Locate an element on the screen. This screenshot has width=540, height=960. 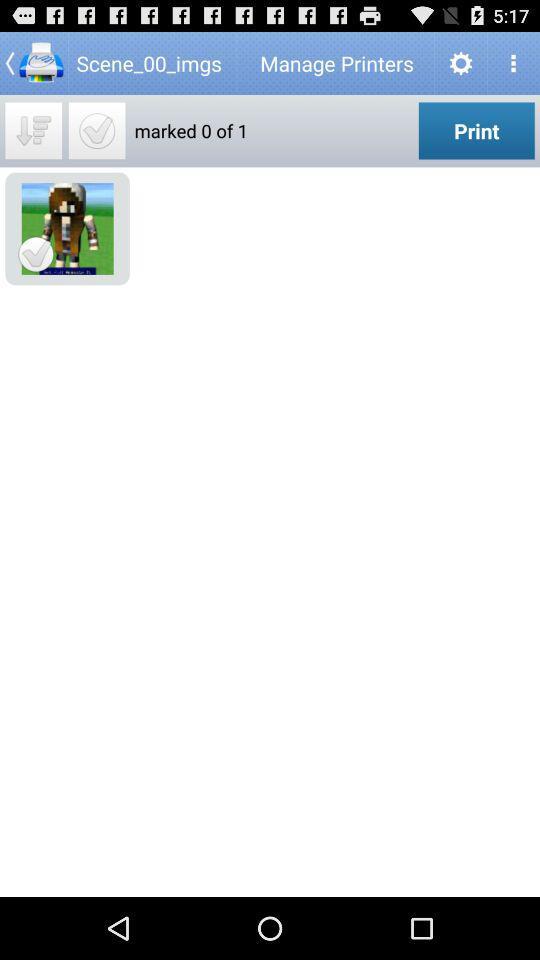
the app next to the marked 0 of icon is located at coordinates (475, 129).